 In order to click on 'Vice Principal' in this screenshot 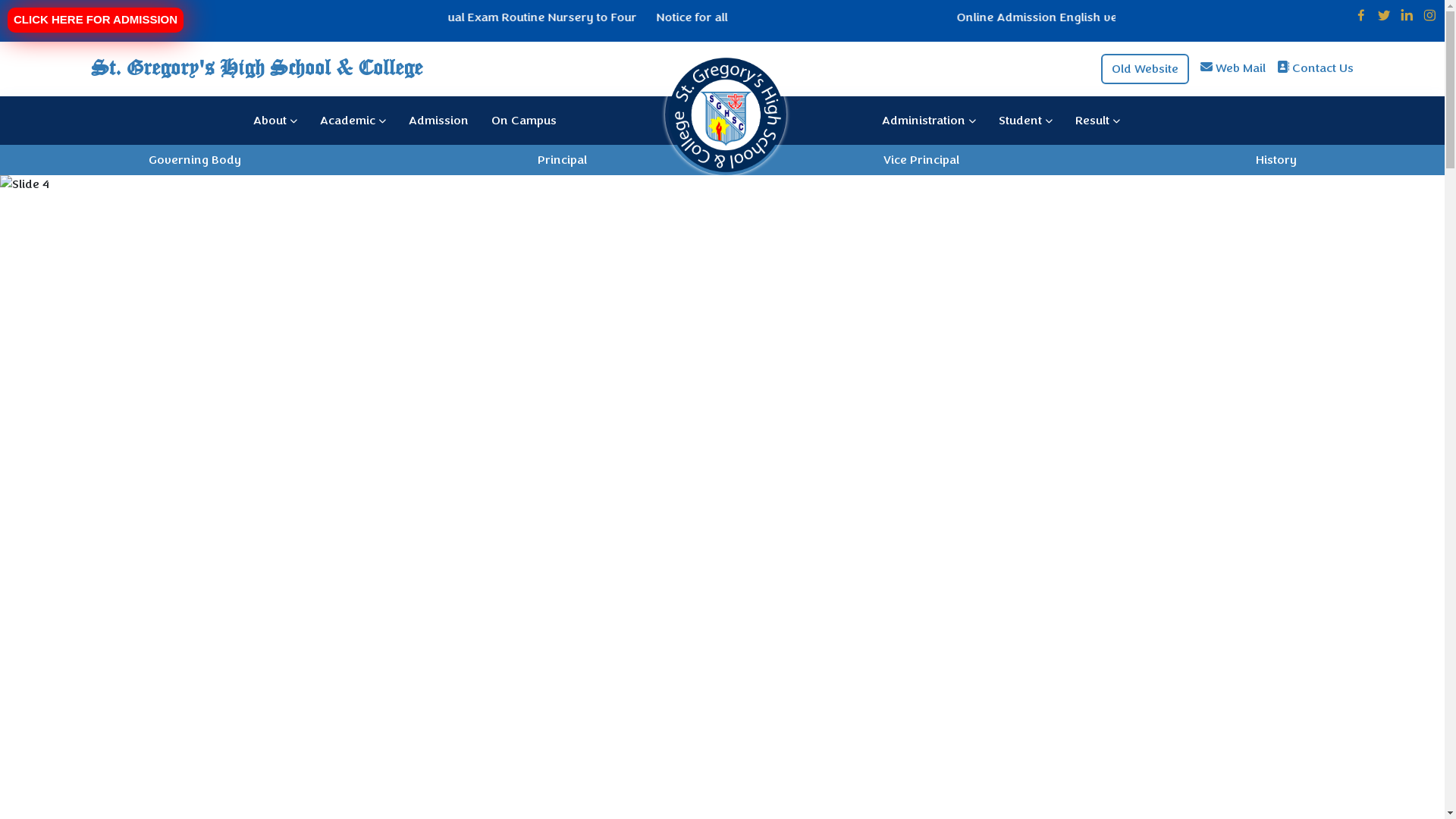, I will do `click(920, 158)`.